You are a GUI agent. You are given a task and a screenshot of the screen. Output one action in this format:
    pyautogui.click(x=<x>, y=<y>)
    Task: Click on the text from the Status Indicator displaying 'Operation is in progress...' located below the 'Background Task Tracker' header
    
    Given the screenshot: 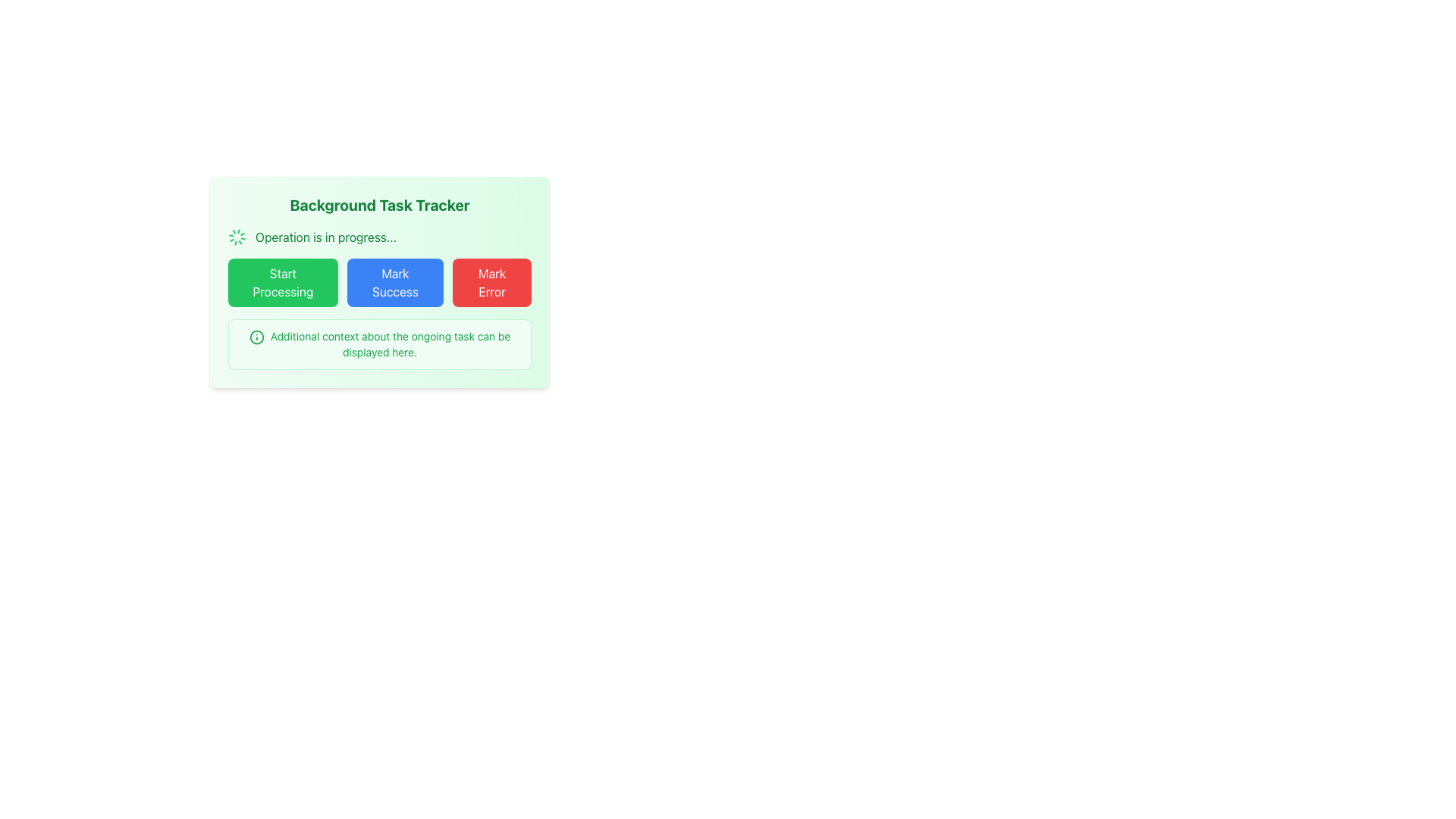 What is the action you would take?
    pyautogui.click(x=379, y=237)
    